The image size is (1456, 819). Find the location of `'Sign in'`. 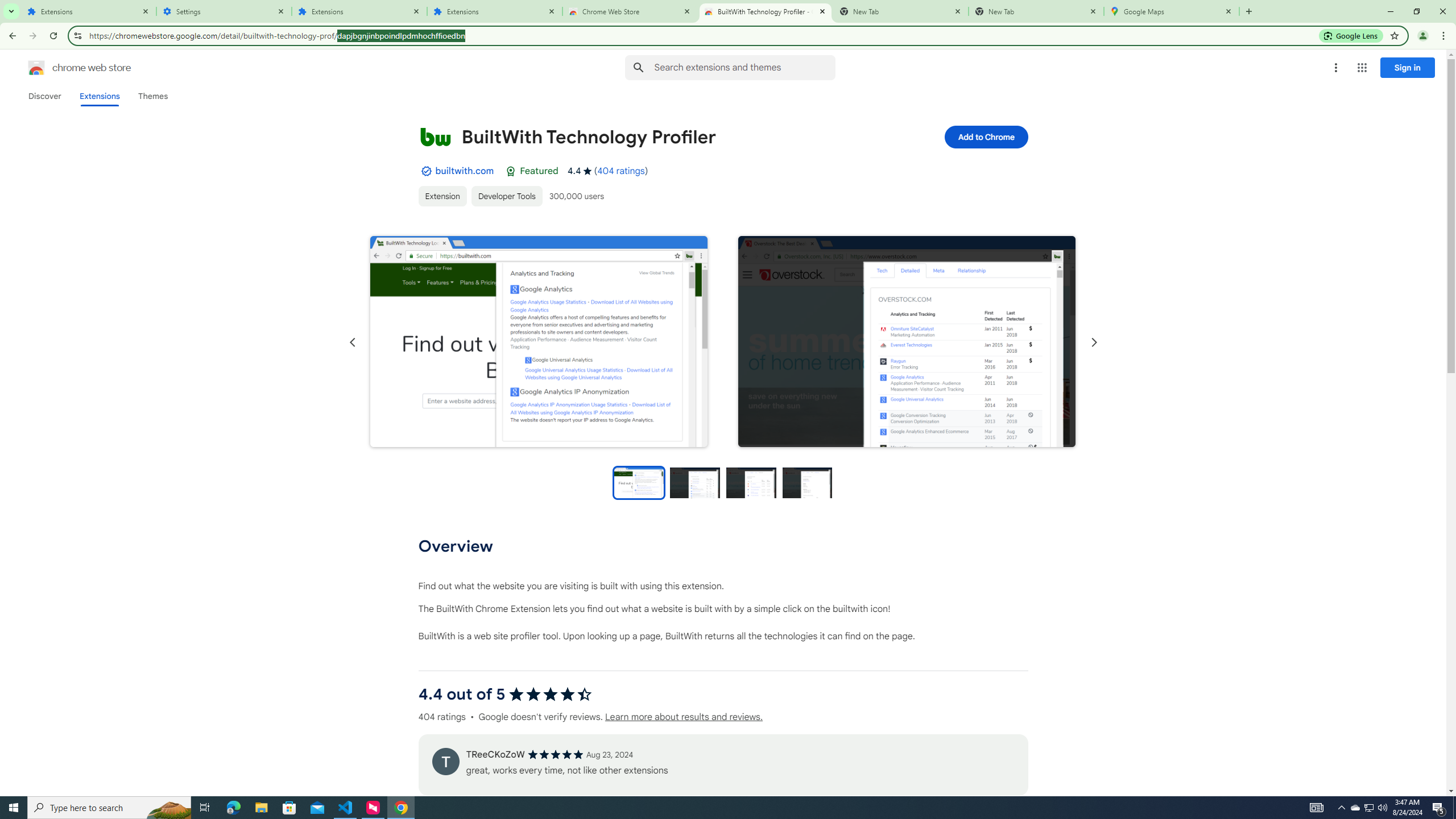

'Sign in' is located at coordinates (1407, 67).